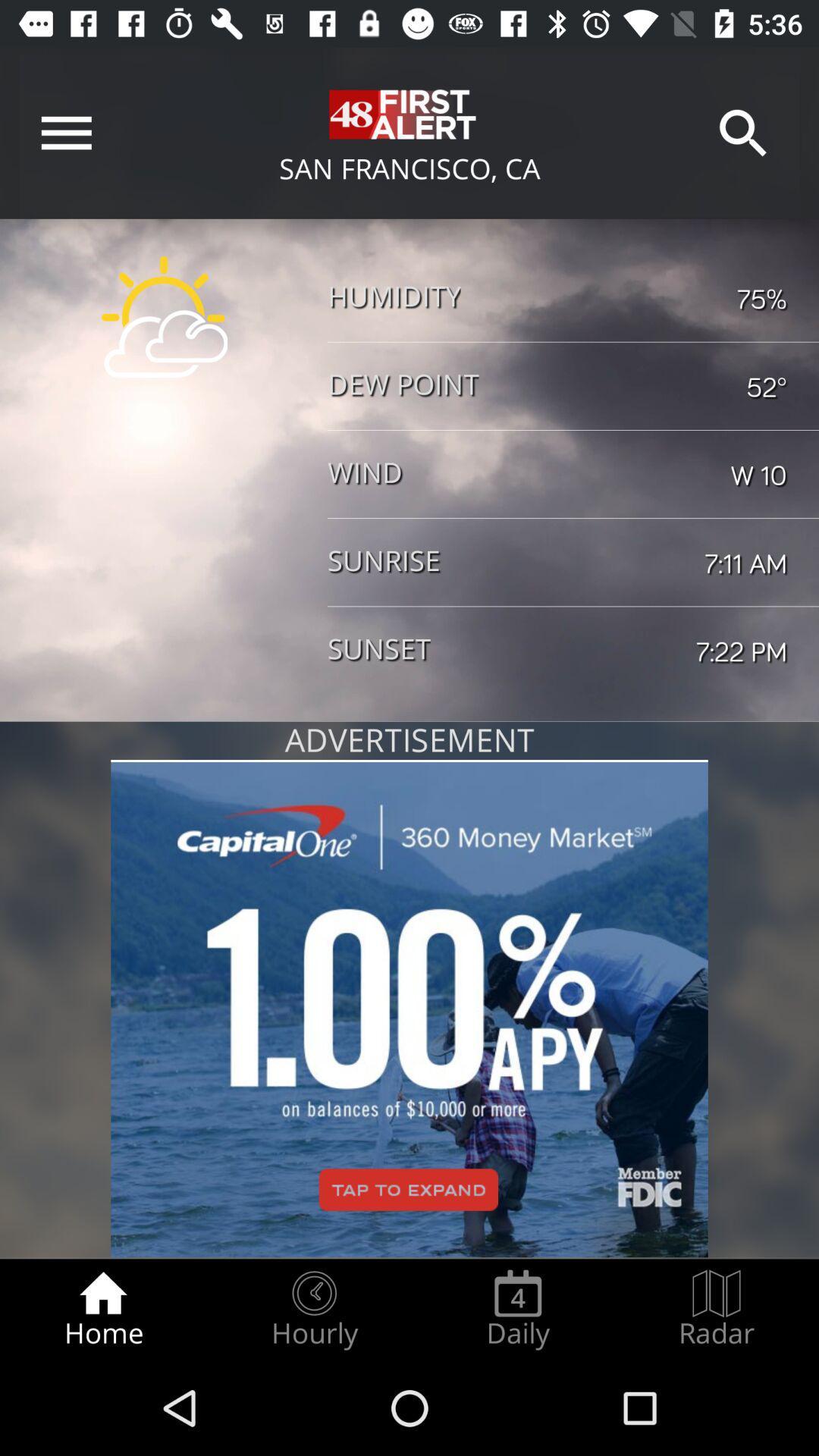  What do you see at coordinates (717, 1309) in the screenshot?
I see `radar` at bounding box center [717, 1309].